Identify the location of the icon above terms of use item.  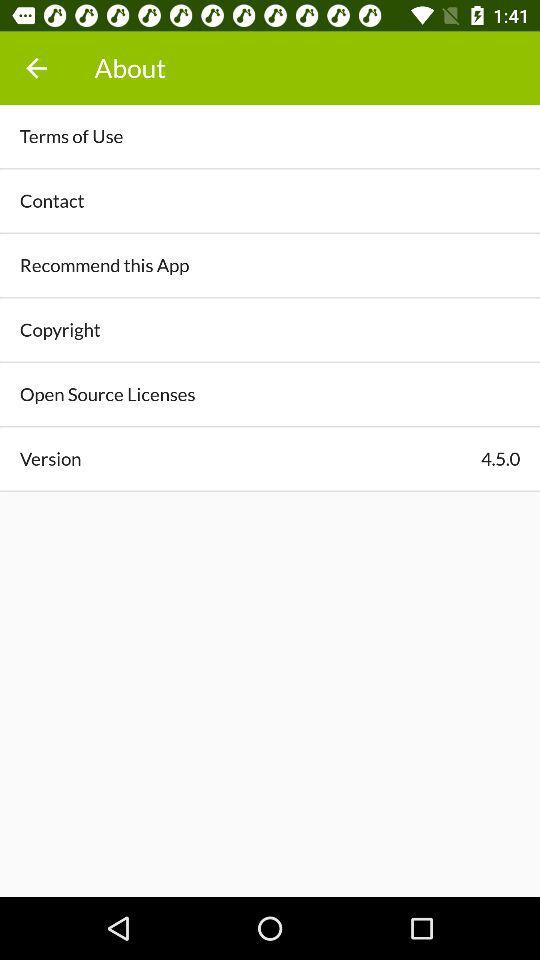
(36, 68).